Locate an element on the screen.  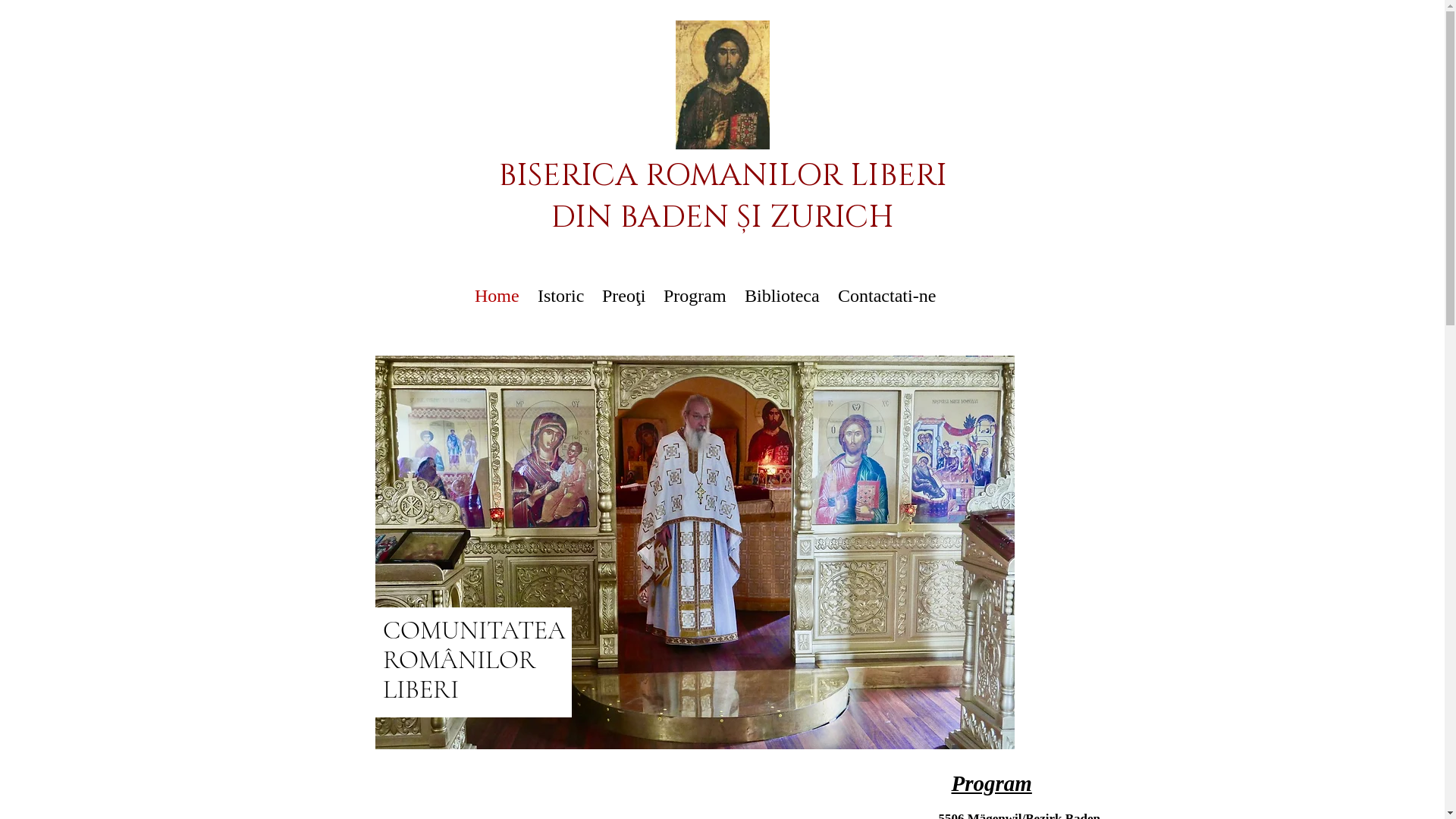
'BISERICA ROMA' is located at coordinates (497, 174).